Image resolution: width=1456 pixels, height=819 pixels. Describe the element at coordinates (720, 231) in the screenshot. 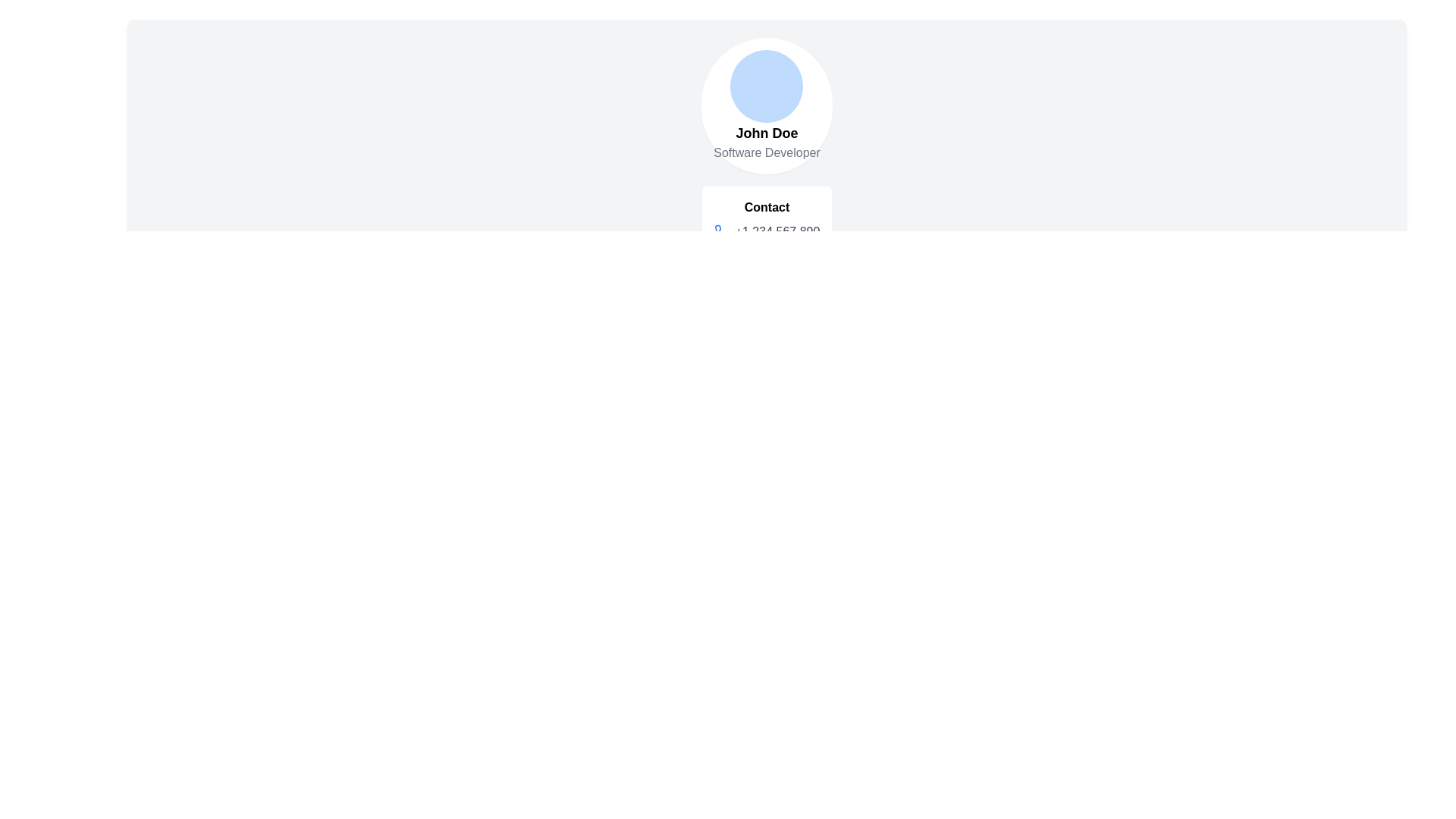

I see `the phone icon, which consists of a stylized telephone receiver in thin blue lines, located below the 'Contact' heading and aligned with the contact information area` at that location.